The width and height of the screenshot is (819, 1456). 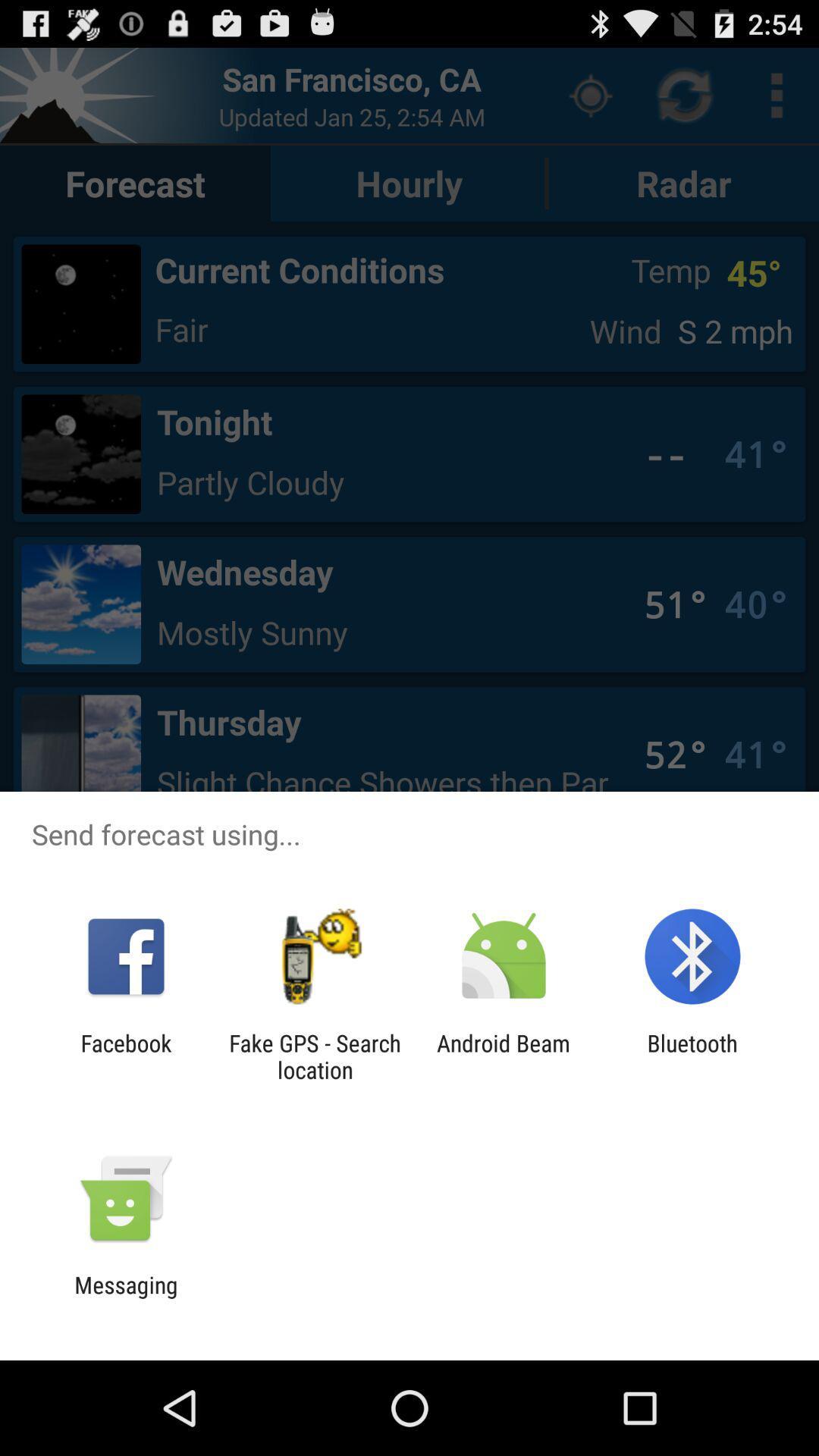 I want to click on item next to the bluetooth item, so click(x=504, y=1056).